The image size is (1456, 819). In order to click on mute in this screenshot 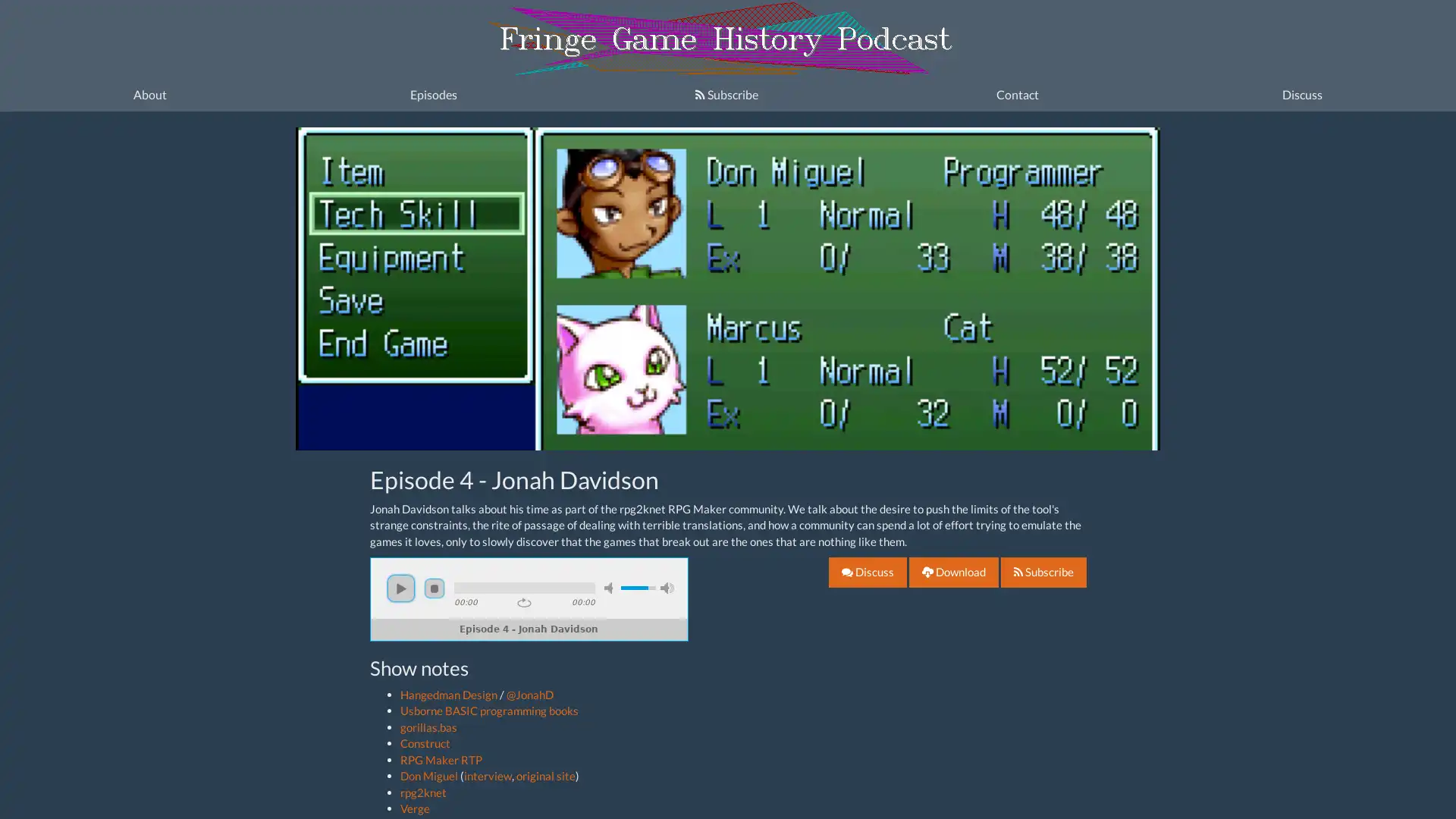, I will do `click(610, 587)`.